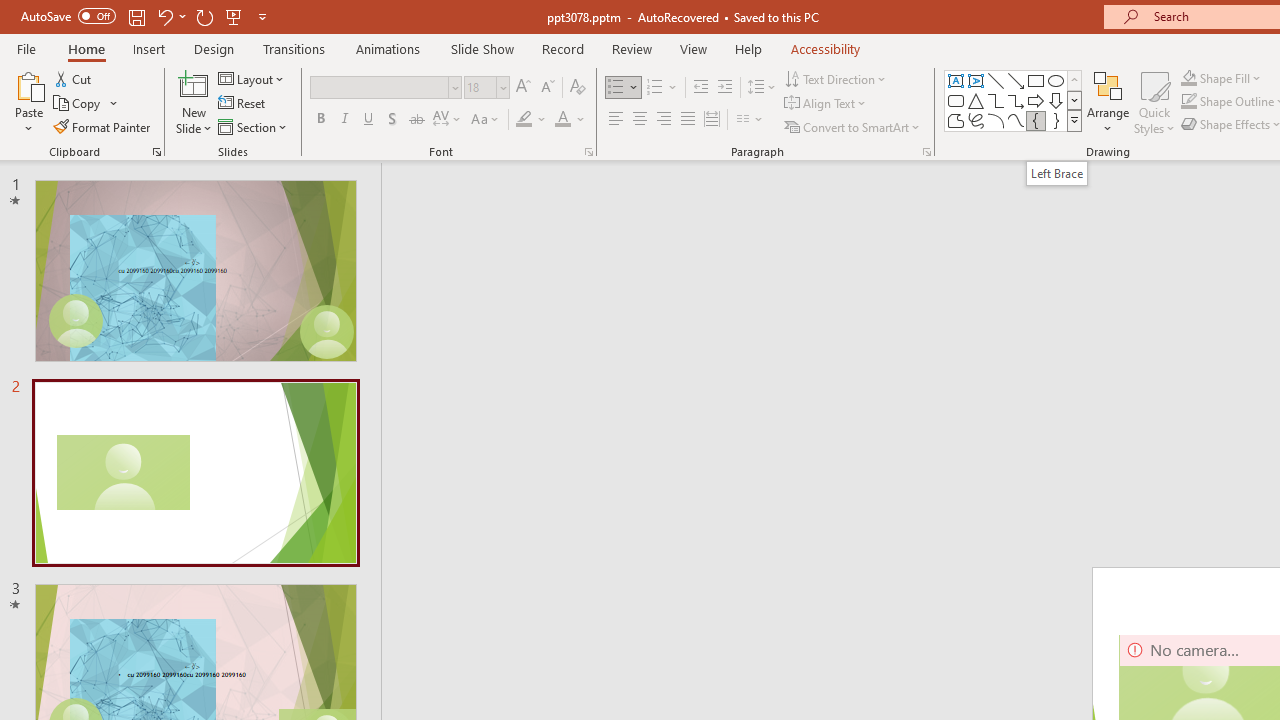 This screenshot has height=720, width=1280. Describe the element at coordinates (688, 119) in the screenshot. I see `'Justify'` at that location.